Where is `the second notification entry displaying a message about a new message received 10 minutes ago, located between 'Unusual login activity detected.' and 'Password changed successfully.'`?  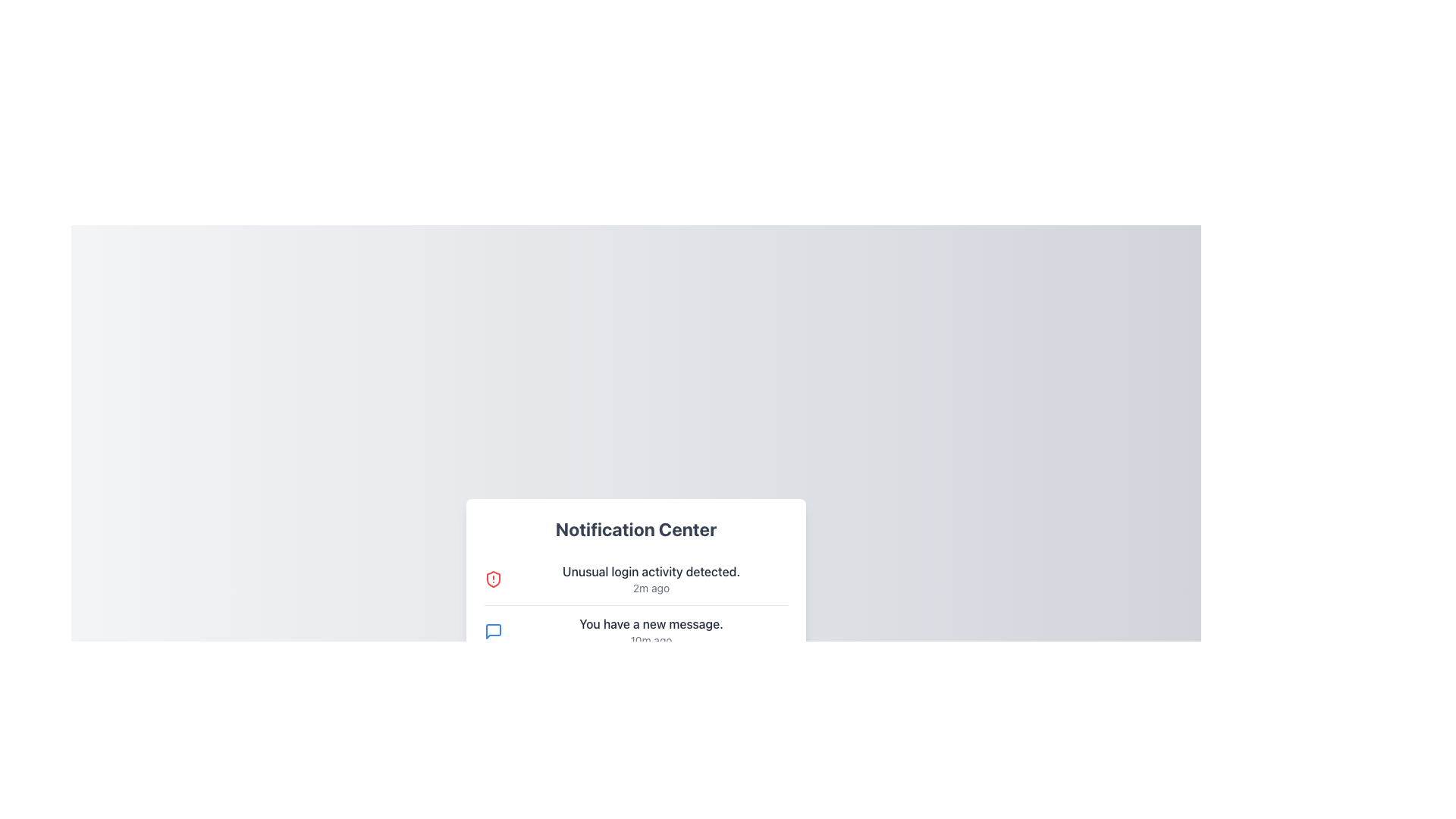
the second notification entry displaying a message about a new message received 10 minutes ago, located between 'Unusual login activity detected.' and 'Password changed successfully.' is located at coordinates (636, 631).